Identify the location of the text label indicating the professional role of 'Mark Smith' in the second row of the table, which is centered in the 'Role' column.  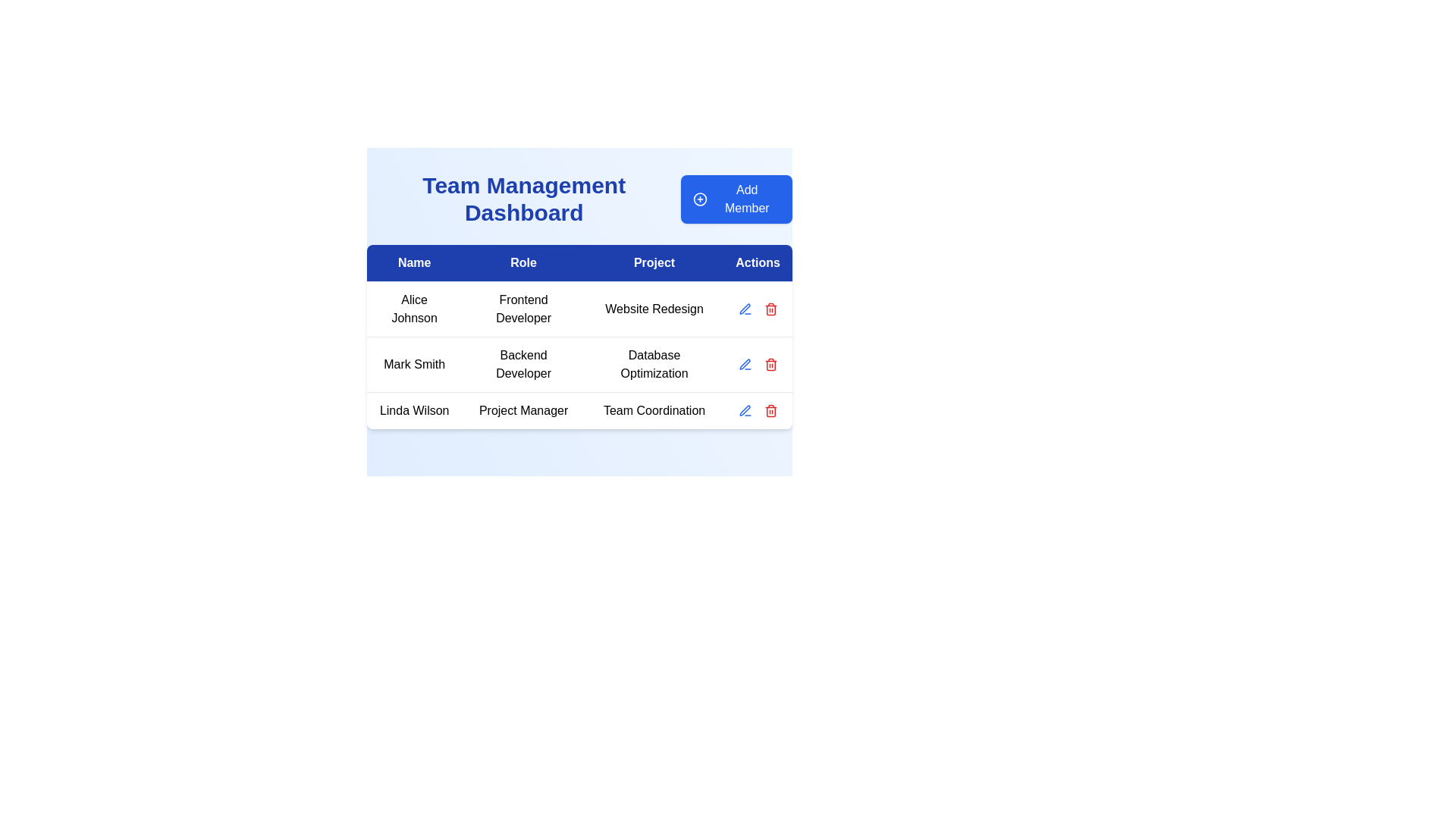
(523, 365).